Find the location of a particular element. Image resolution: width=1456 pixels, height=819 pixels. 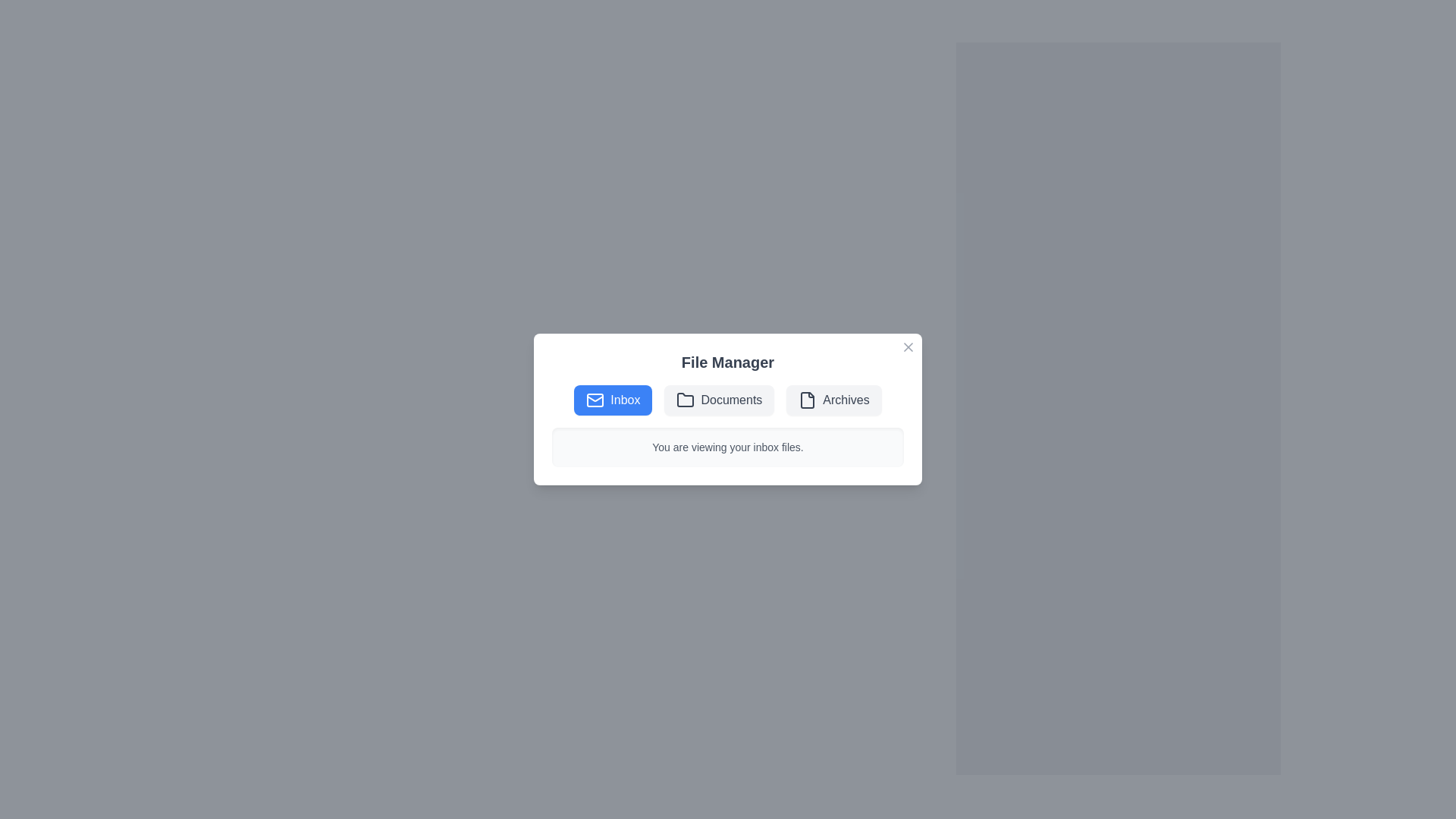

the Graphic icon representing a document or file within the 'Archives' button in the modal interface is located at coordinates (807, 400).